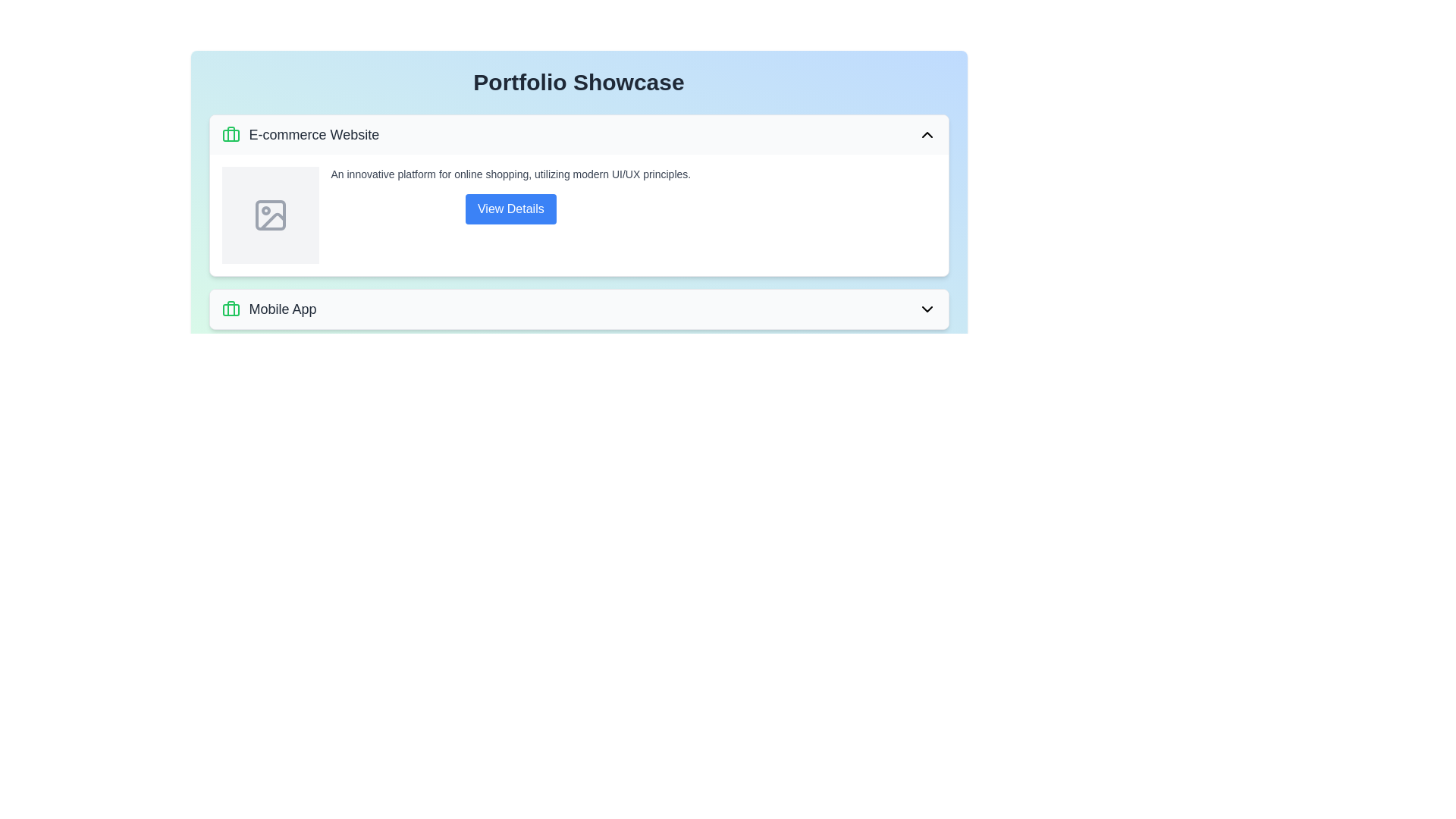 The width and height of the screenshot is (1456, 819). I want to click on the descriptive text label that reads 'An innovative platform for online shopping, utilizing modern UI/UX principles.' which is located below the title 'E-commerce Website' and above the 'View Details' button, so click(510, 174).